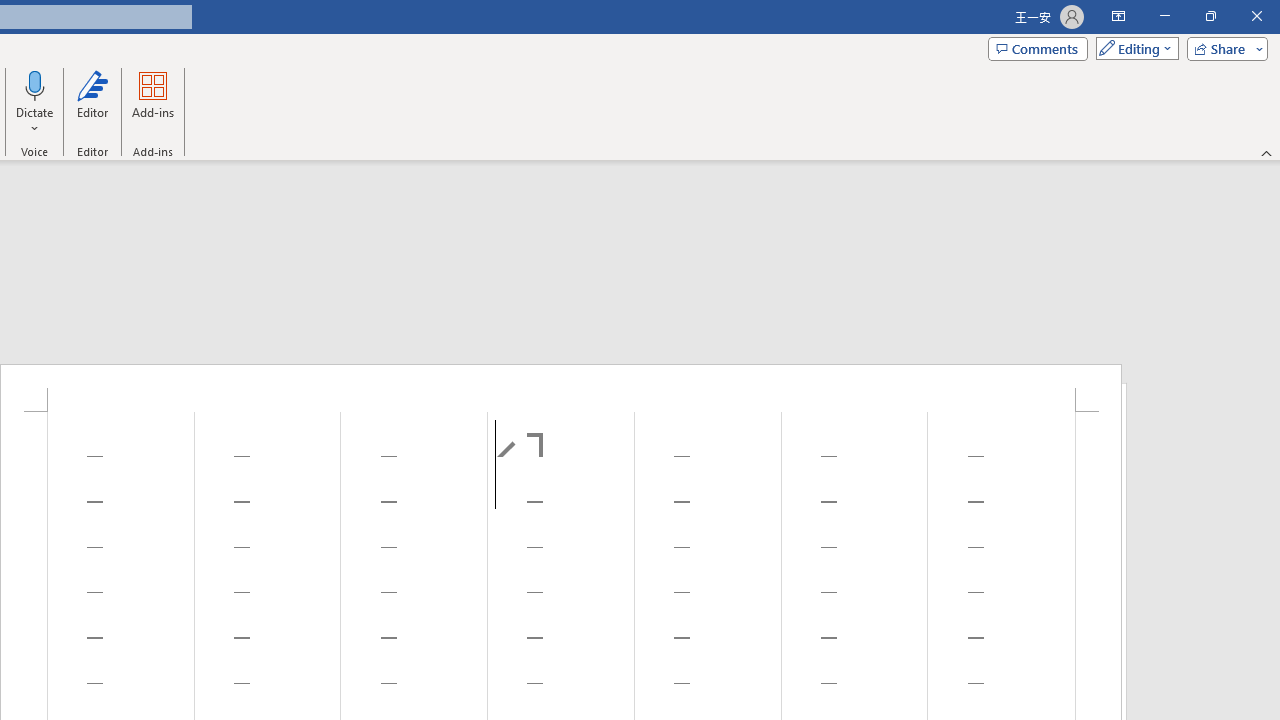 Image resolution: width=1280 pixels, height=720 pixels. I want to click on 'More Options', so click(35, 121).